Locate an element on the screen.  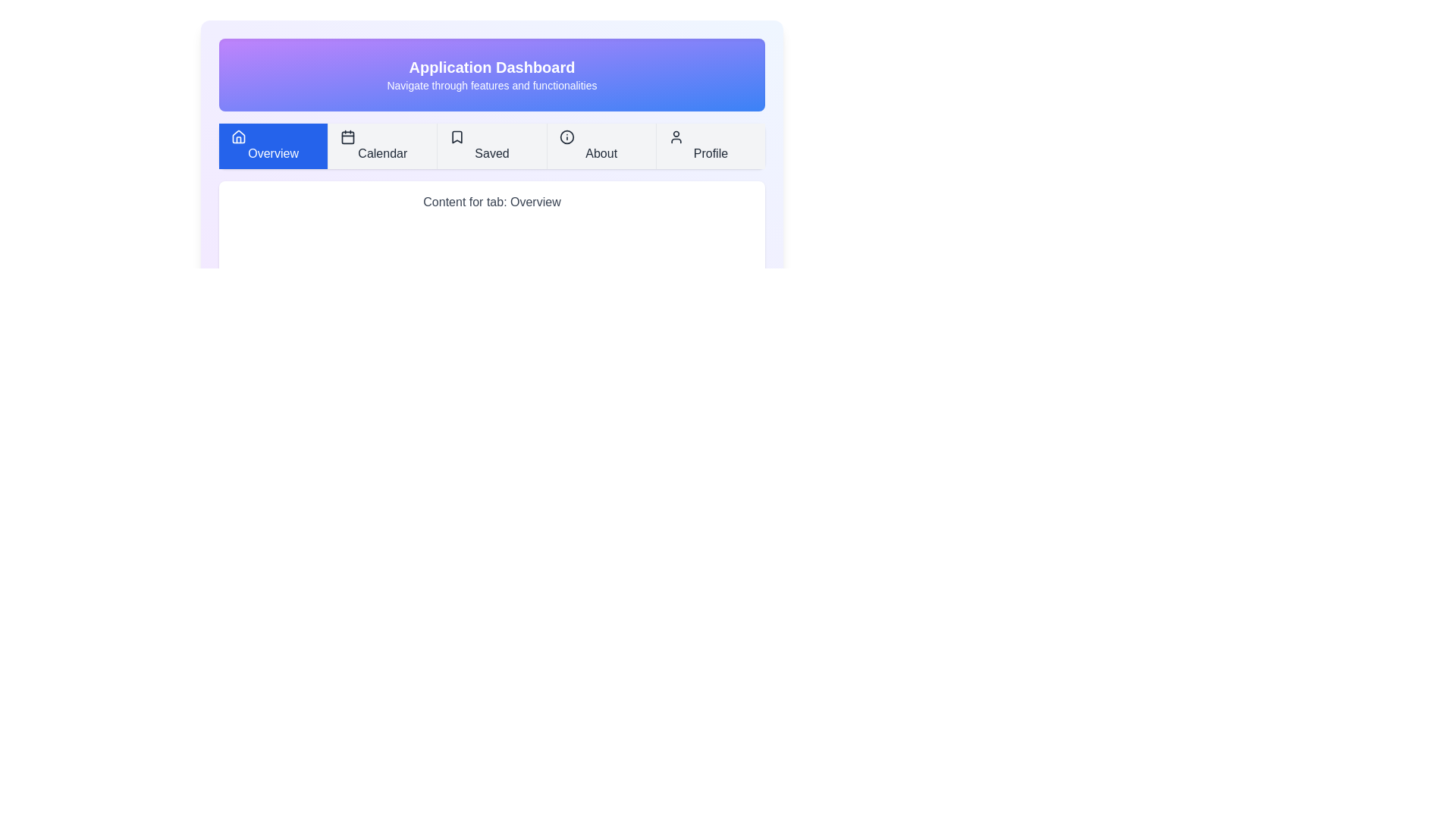
the bookmark icon in the navigation bar, which is represented as an SVG element with a thin stroke, associated with the 'Saved' navigation tab is located at coordinates (457, 137).